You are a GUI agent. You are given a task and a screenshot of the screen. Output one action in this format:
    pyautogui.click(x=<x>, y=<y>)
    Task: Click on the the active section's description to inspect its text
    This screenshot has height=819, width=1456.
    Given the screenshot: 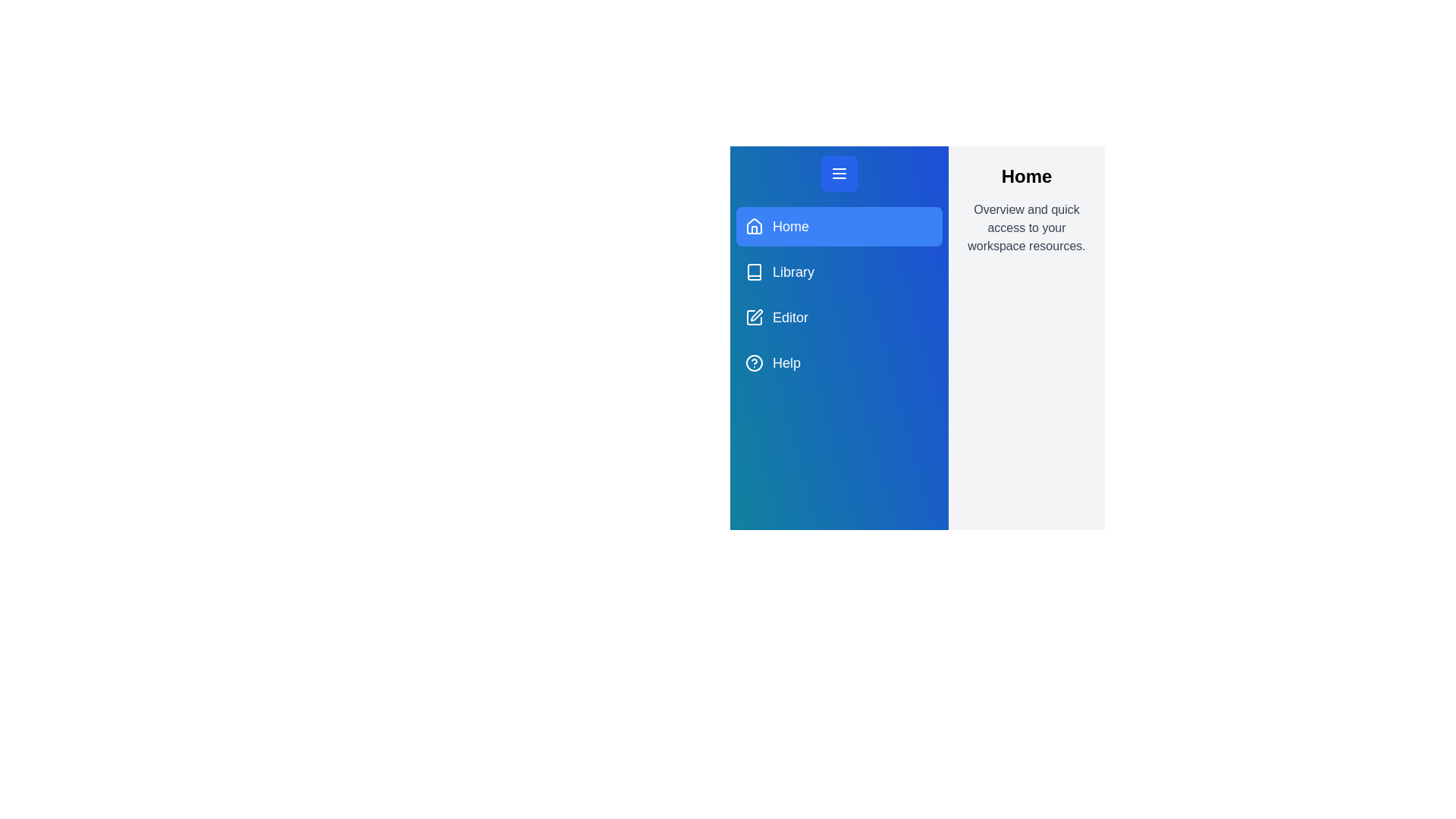 What is the action you would take?
    pyautogui.click(x=1026, y=227)
    